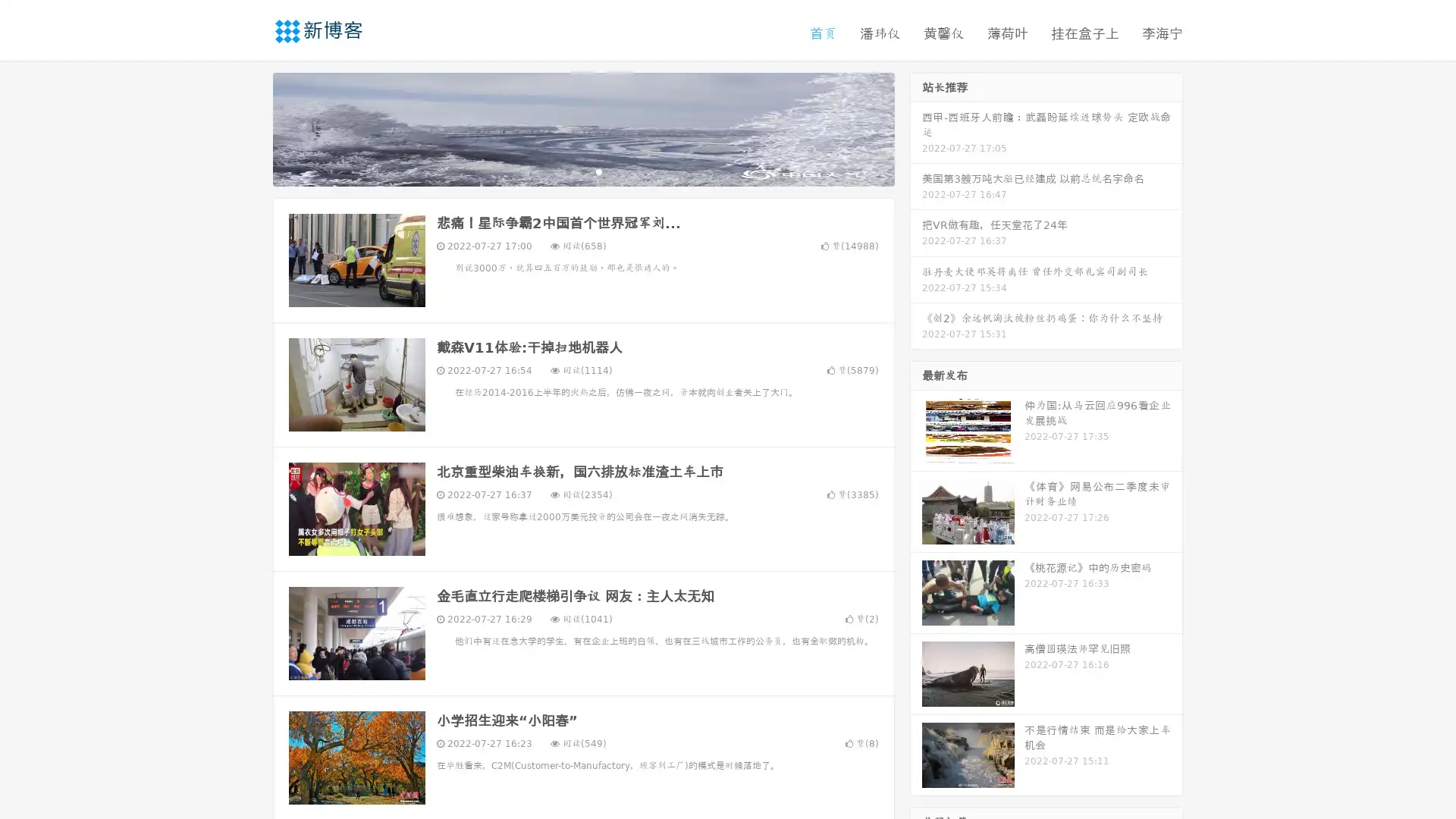 Image resolution: width=1456 pixels, height=819 pixels. I want to click on Go to slide 1, so click(567, 171).